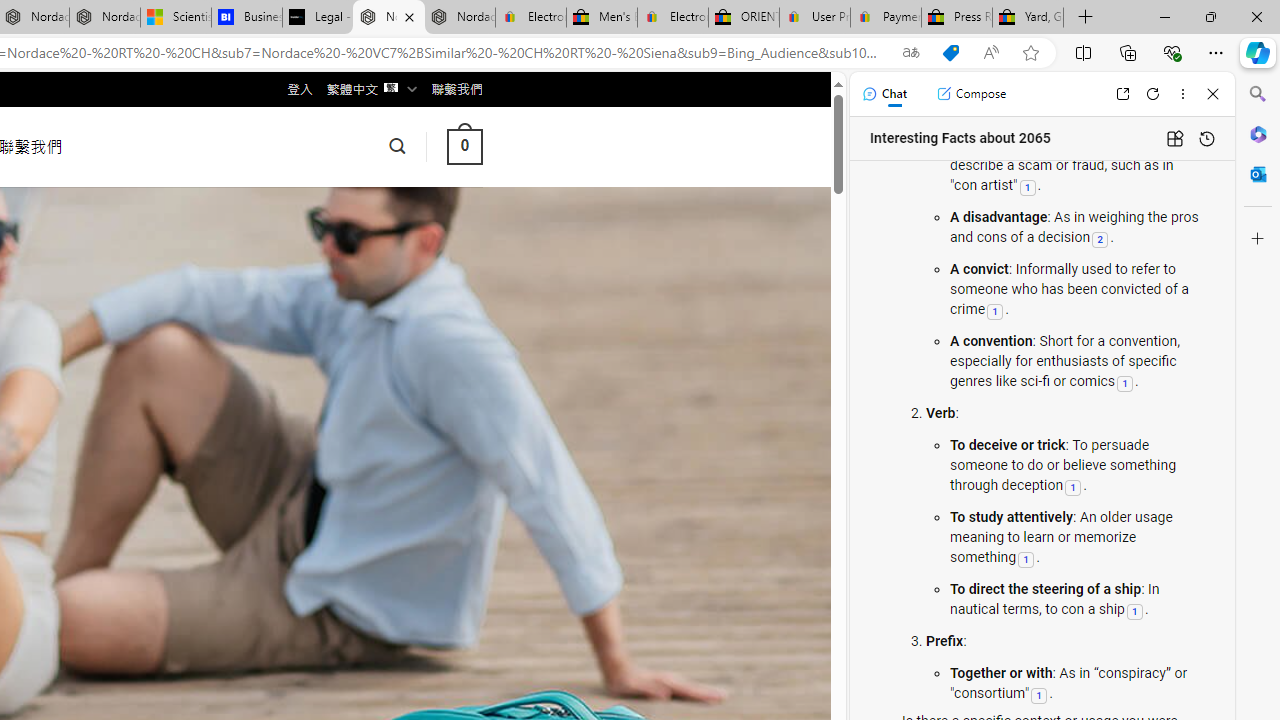 This screenshot has width=1280, height=720. What do you see at coordinates (463, 145) in the screenshot?
I see `' 0 '` at bounding box center [463, 145].